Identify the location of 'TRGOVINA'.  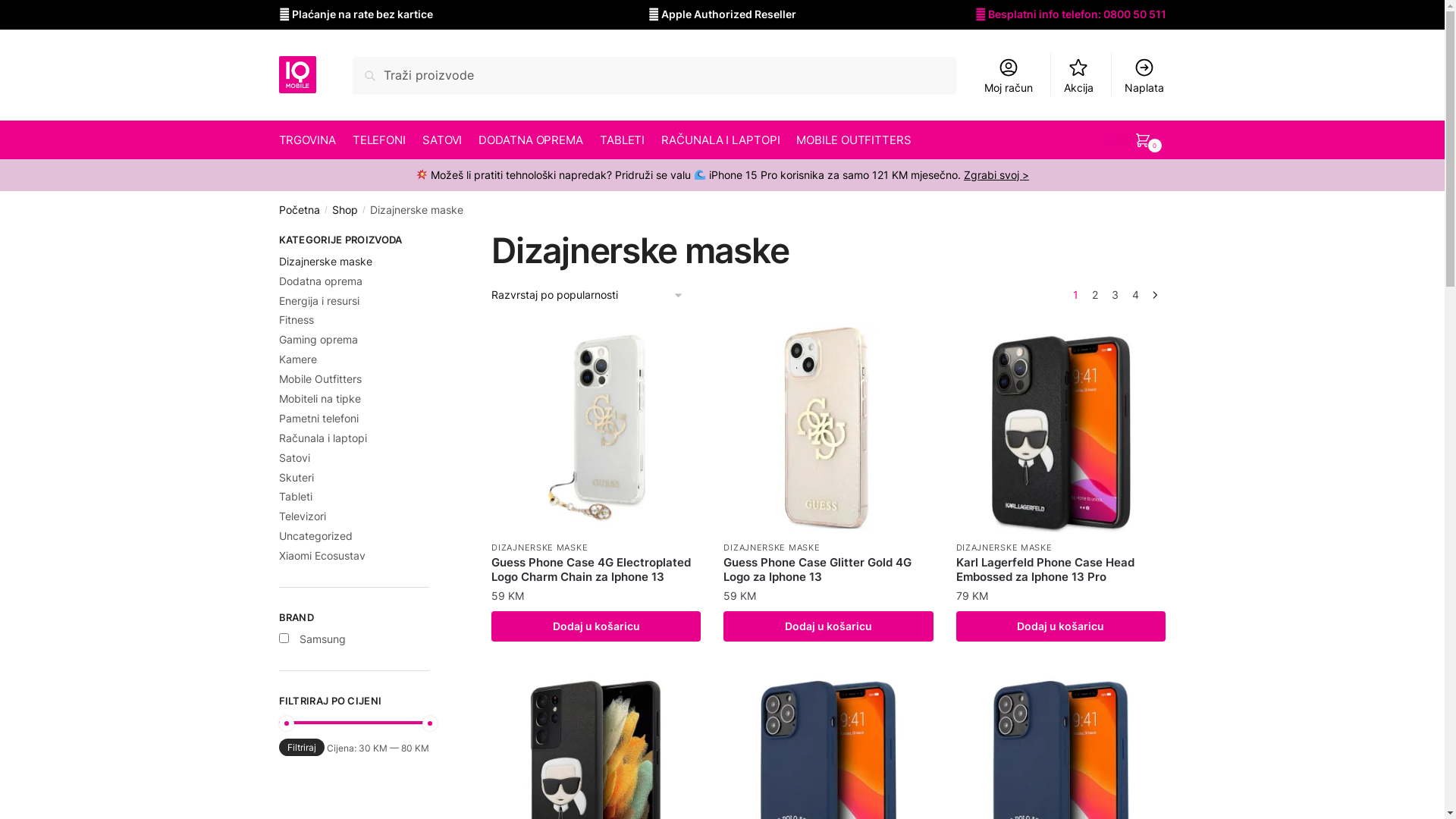
(309, 140).